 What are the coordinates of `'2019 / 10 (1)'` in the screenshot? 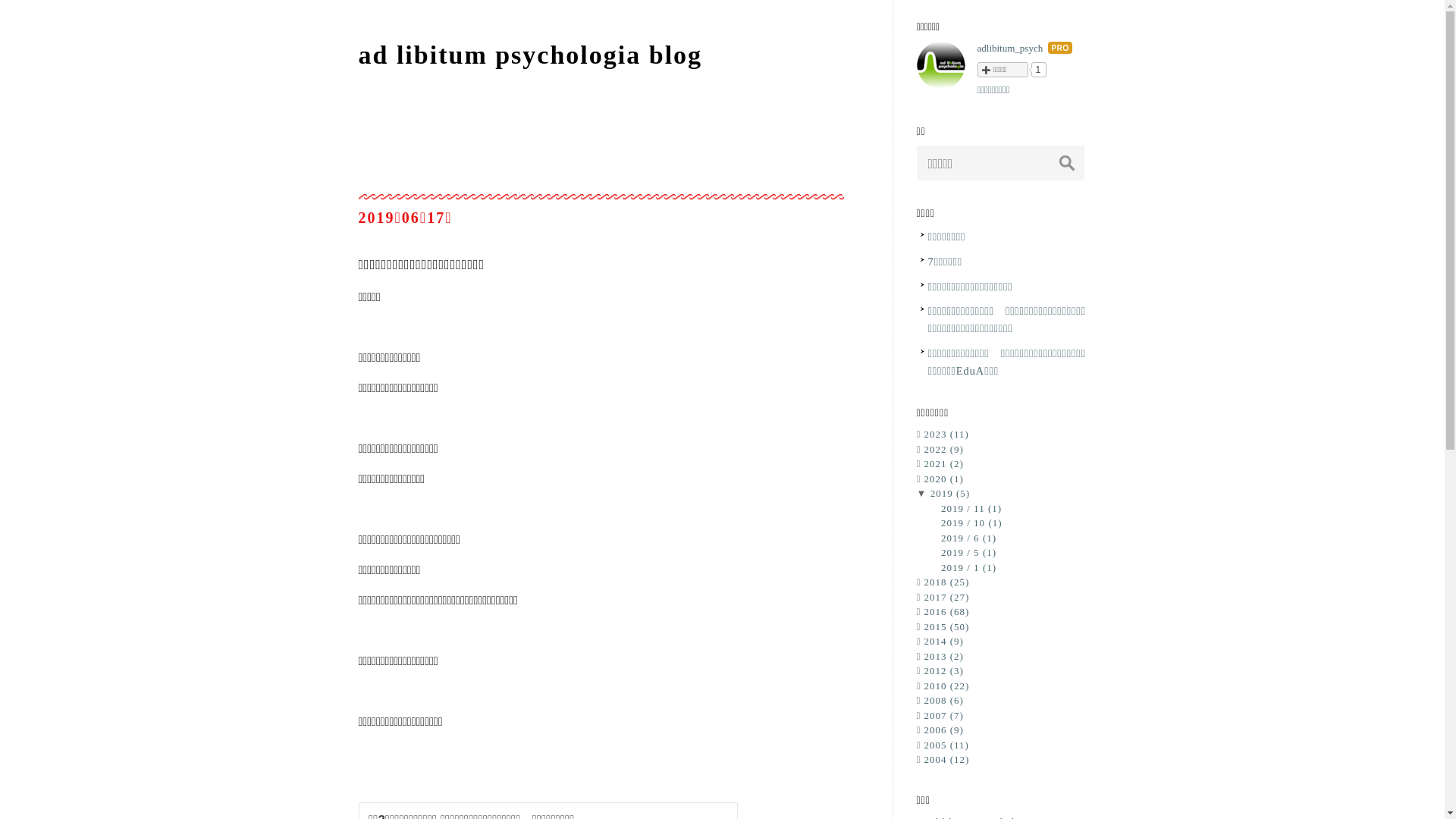 It's located at (971, 522).